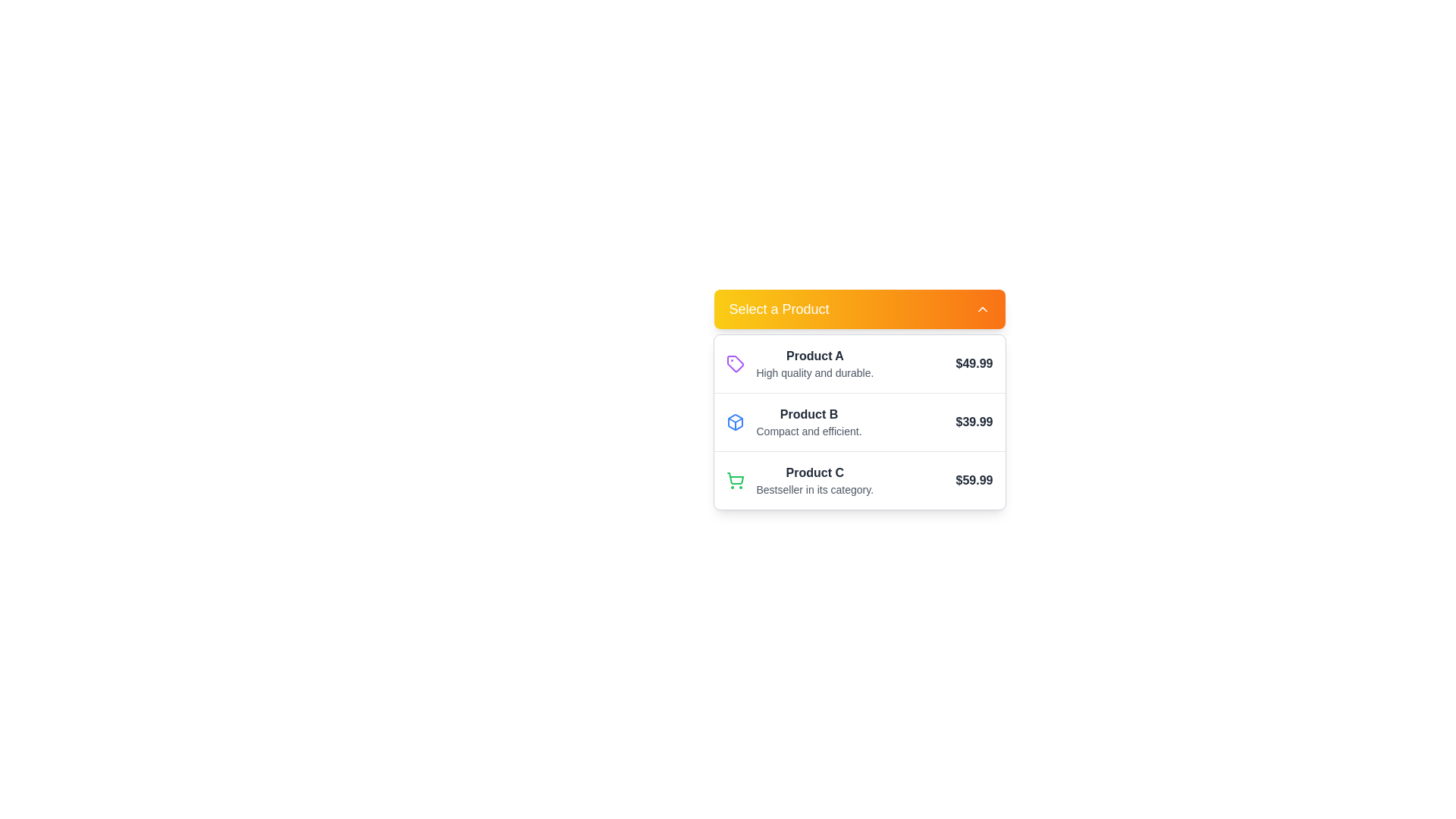 This screenshot has height=819, width=1456. What do you see at coordinates (814, 489) in the screenshot?
I see `the text label that reads 'Bestseller in its category.' which is styled in gray and located below the 'Product C' title` at bounding box center [814, 489].